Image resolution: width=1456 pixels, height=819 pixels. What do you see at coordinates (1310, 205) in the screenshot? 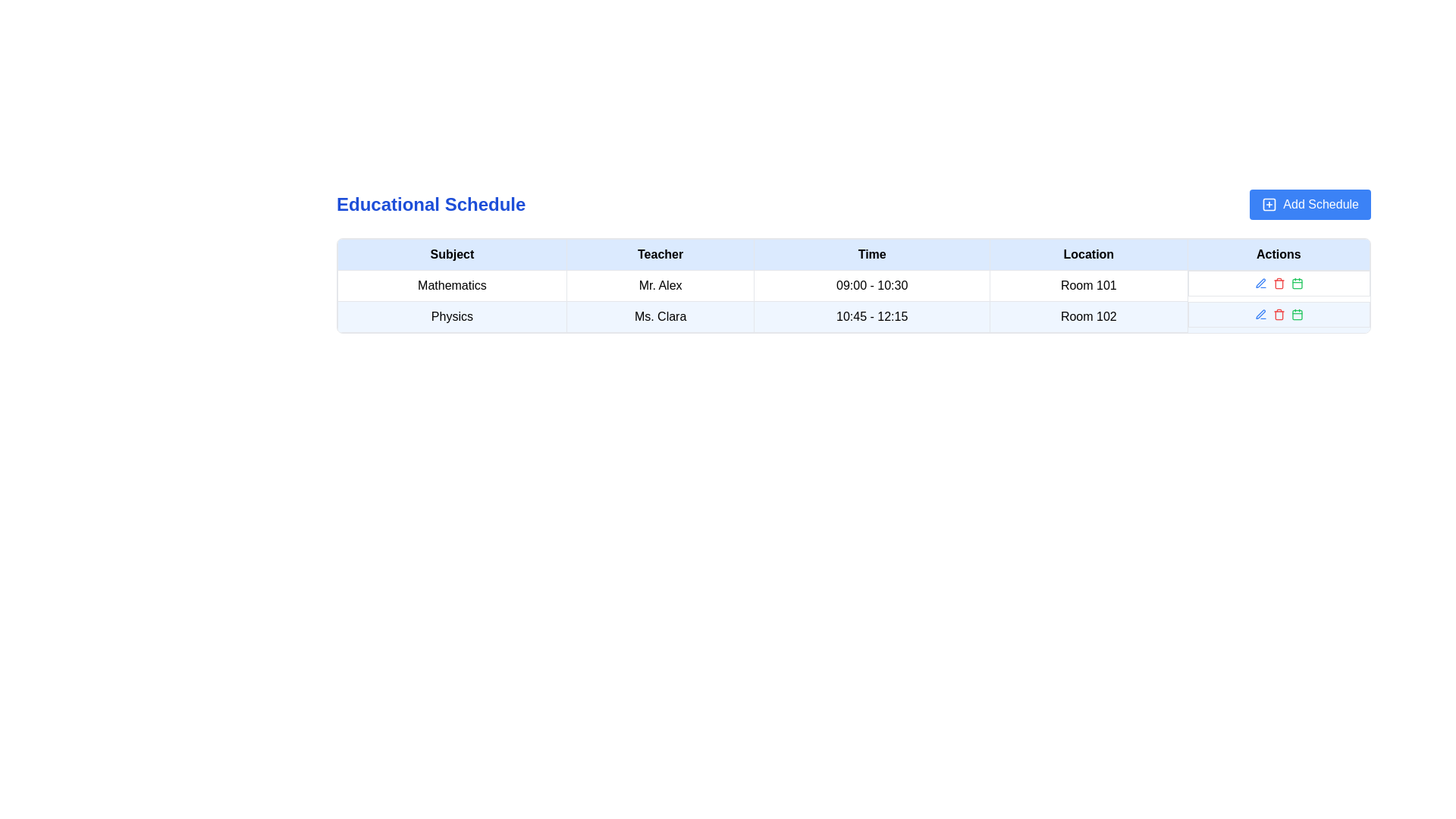
I see `the rectangular blue button with rounded corners labeled 'Add Schedule'` at bounding box center [1310, 205].